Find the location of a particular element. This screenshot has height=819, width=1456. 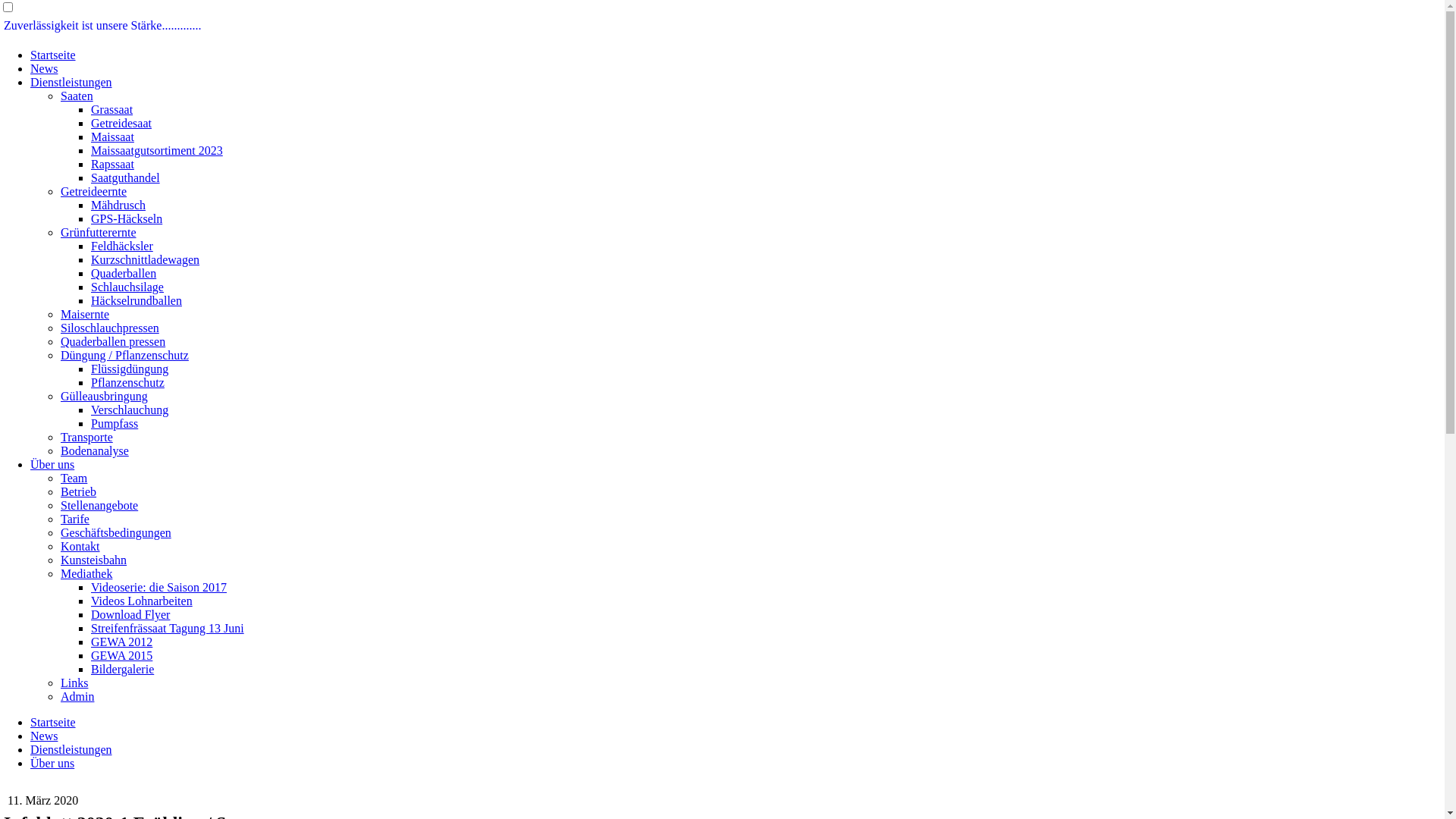

'Maissaat' is located at coordinates (90, 136).